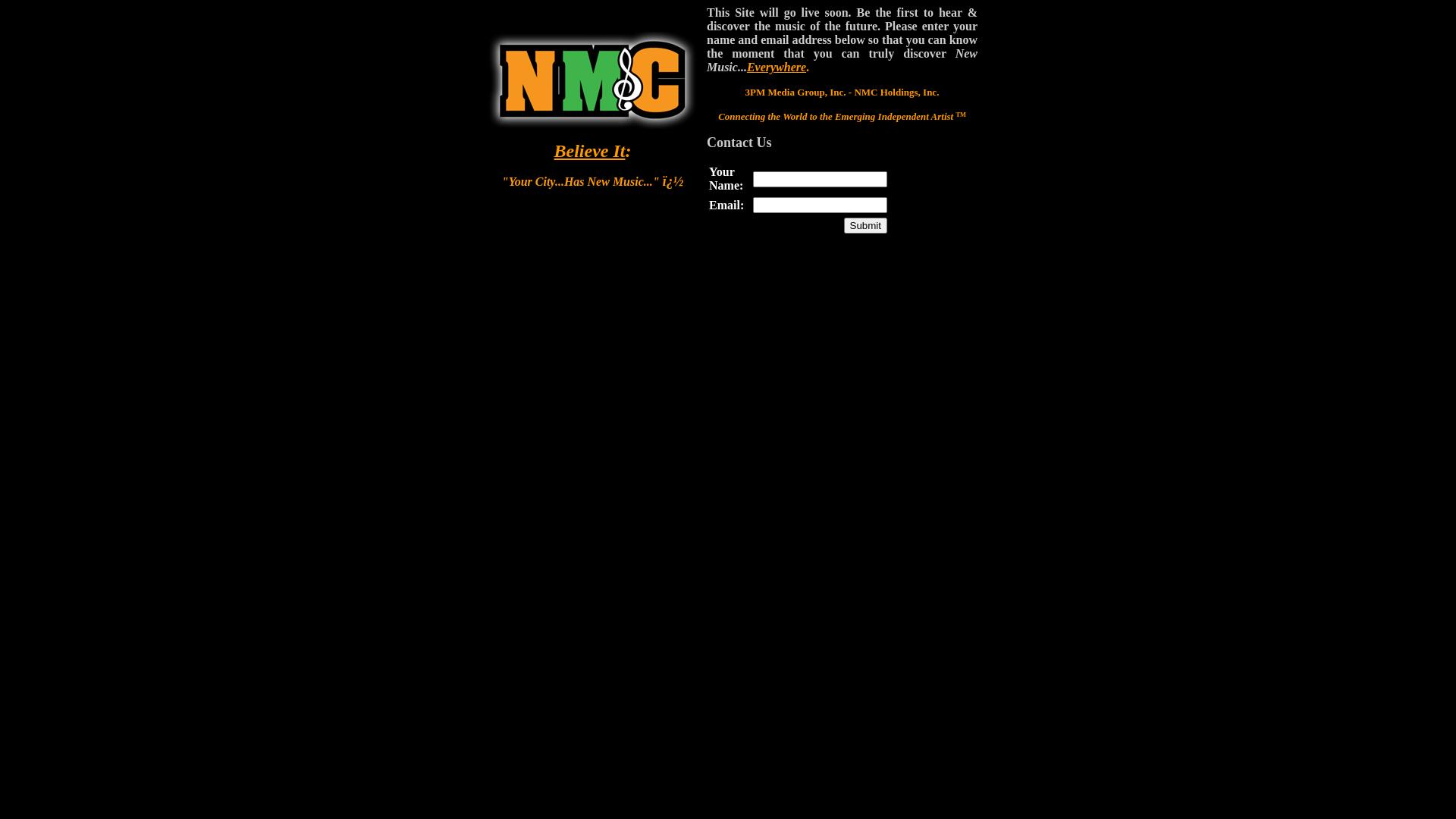 The width and height of the screenshot is (1456, 819). Describe the element at coordinates (843, 225) in the screenshot. I see `'Submit'` at that location.